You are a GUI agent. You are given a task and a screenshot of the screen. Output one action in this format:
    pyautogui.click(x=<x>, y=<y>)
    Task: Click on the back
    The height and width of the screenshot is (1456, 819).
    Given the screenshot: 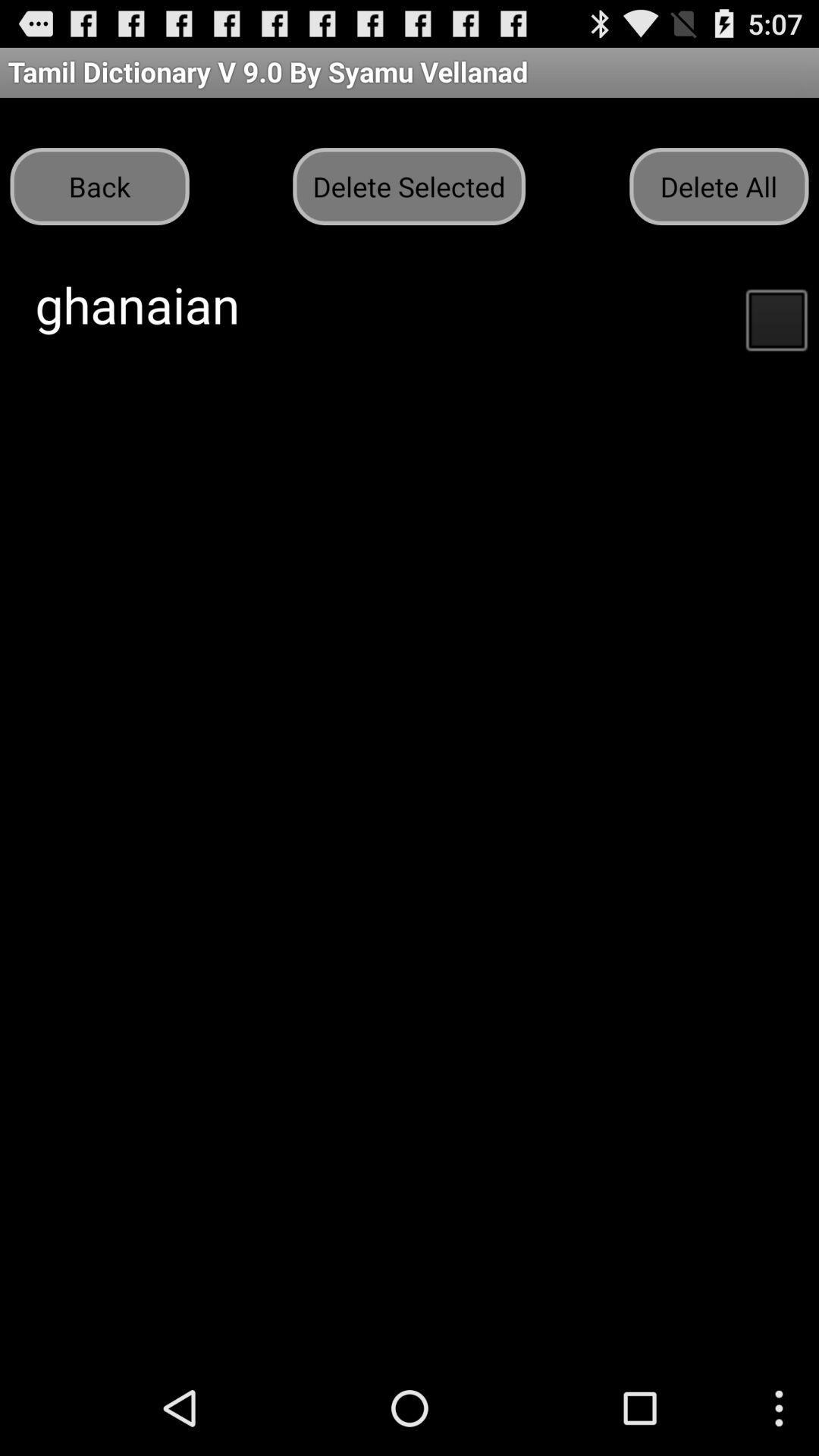 What is the action you would take?
    pyautogui.click(x=99, y=185)
    